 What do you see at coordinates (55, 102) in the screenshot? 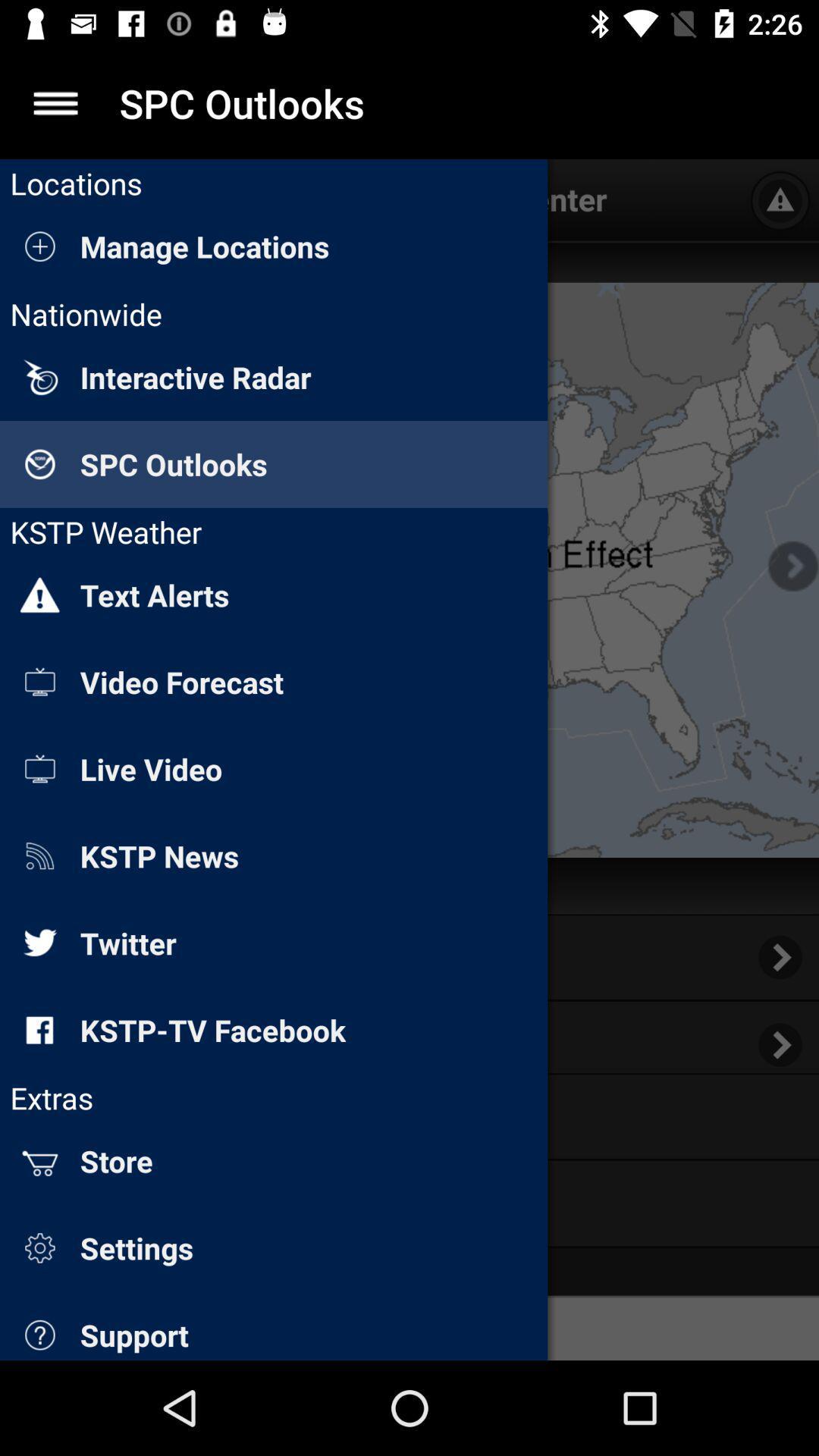
I see `main menu button` at bounding box center [55, 102].